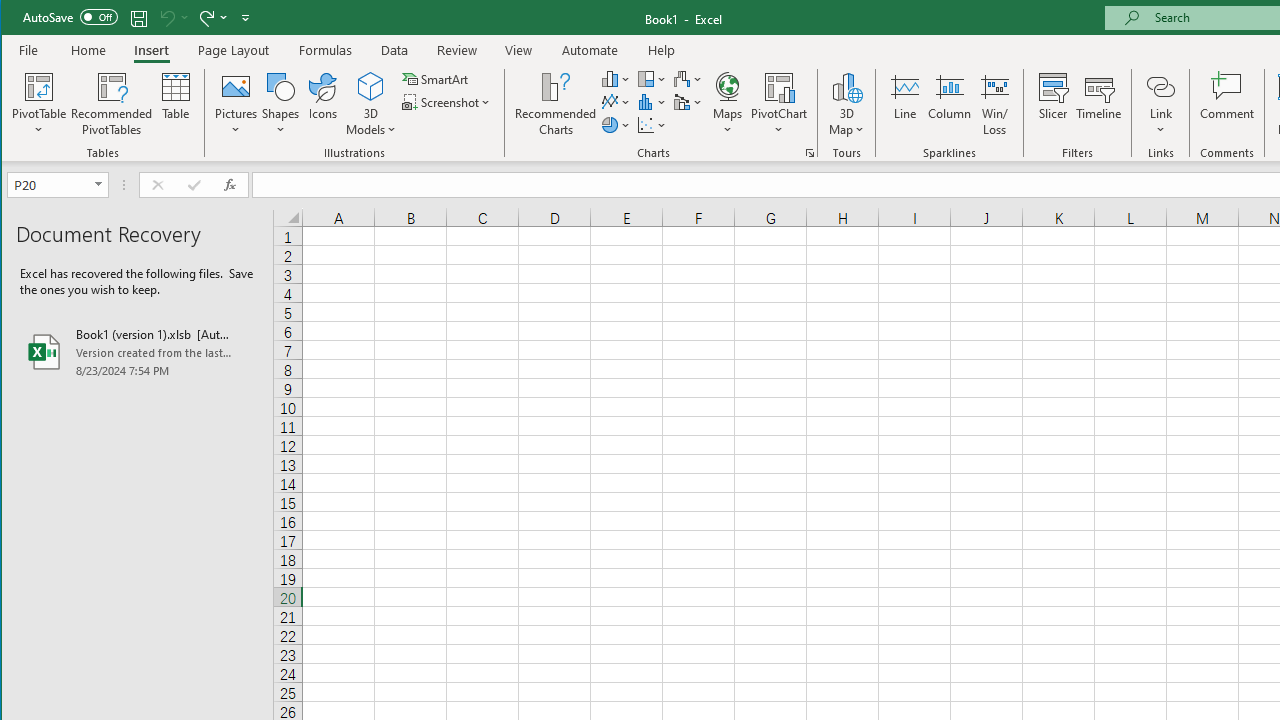 This screenshot has height=720, width=1280. Describe the element at coordinates (87, 49) in the screenshot. I see `'Home'` at that location.